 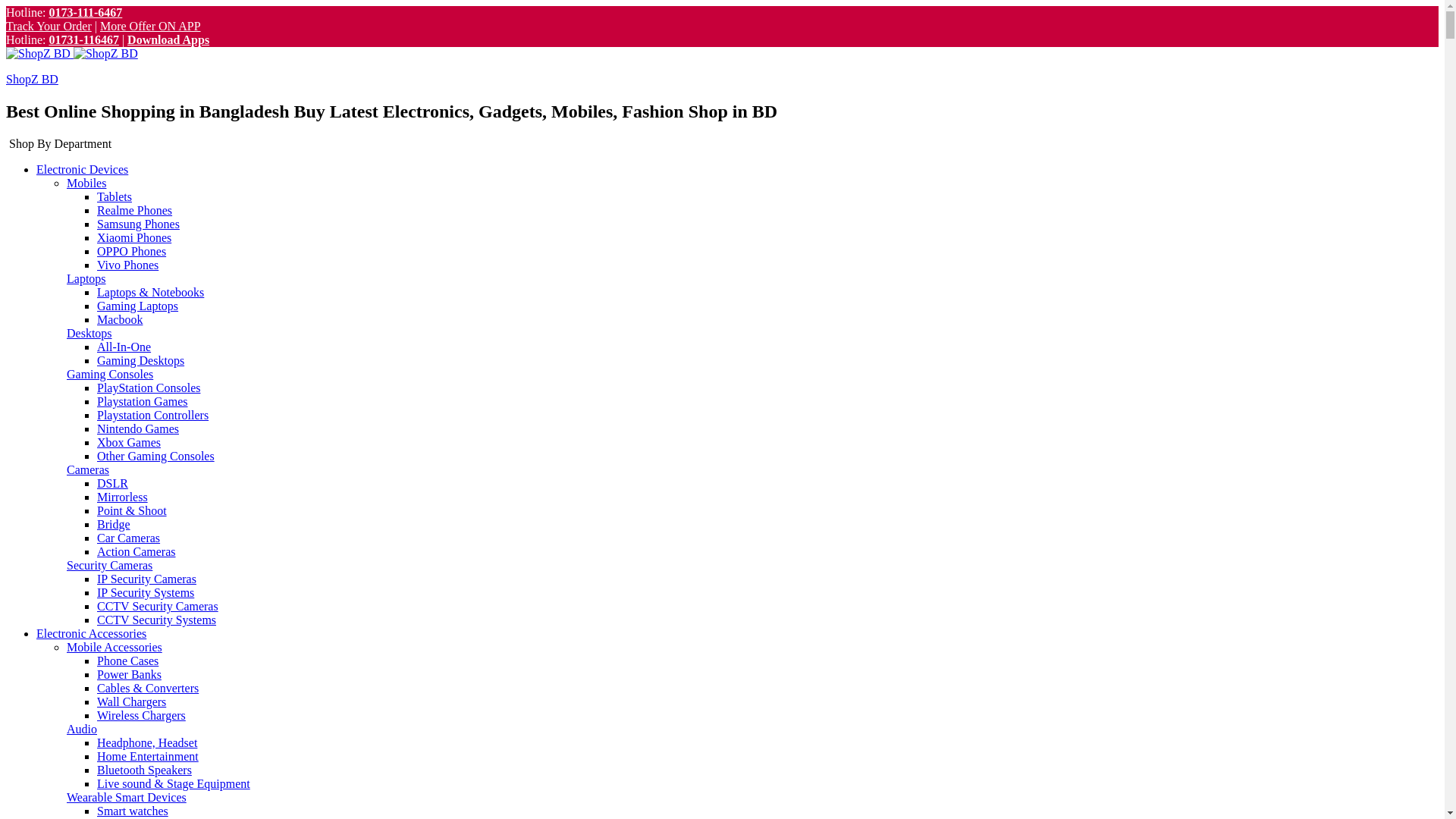 What do you see at coordinates (148, 756) in the screenshot?
I see `'Home Entertainment'` at bounding box center [148, 756].